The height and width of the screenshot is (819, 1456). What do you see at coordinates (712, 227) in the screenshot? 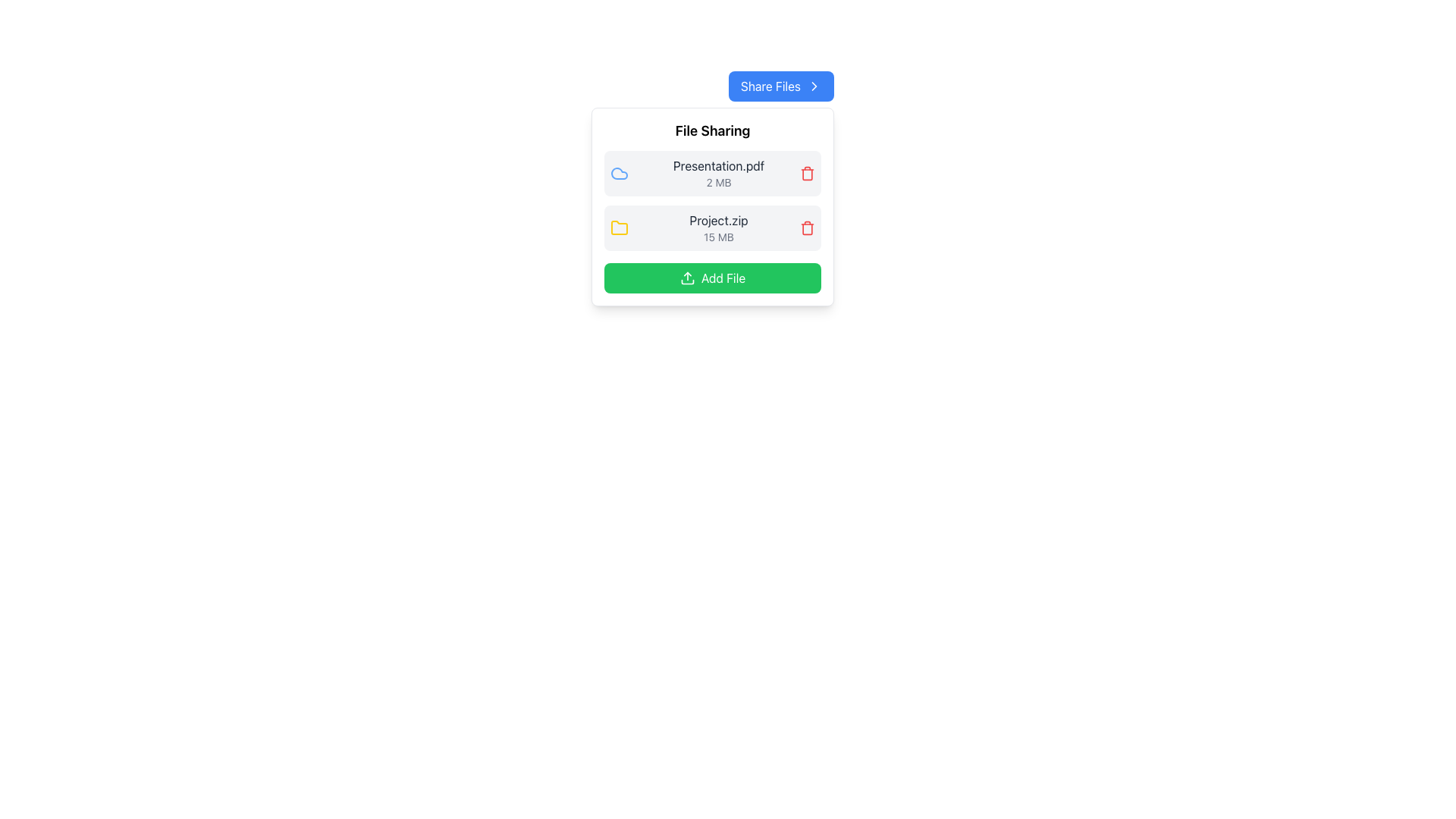
I see `the file listing entry for 'Project.zip', which is the second item in the 'File Sharing' interface` at bounding box center [712, 227].